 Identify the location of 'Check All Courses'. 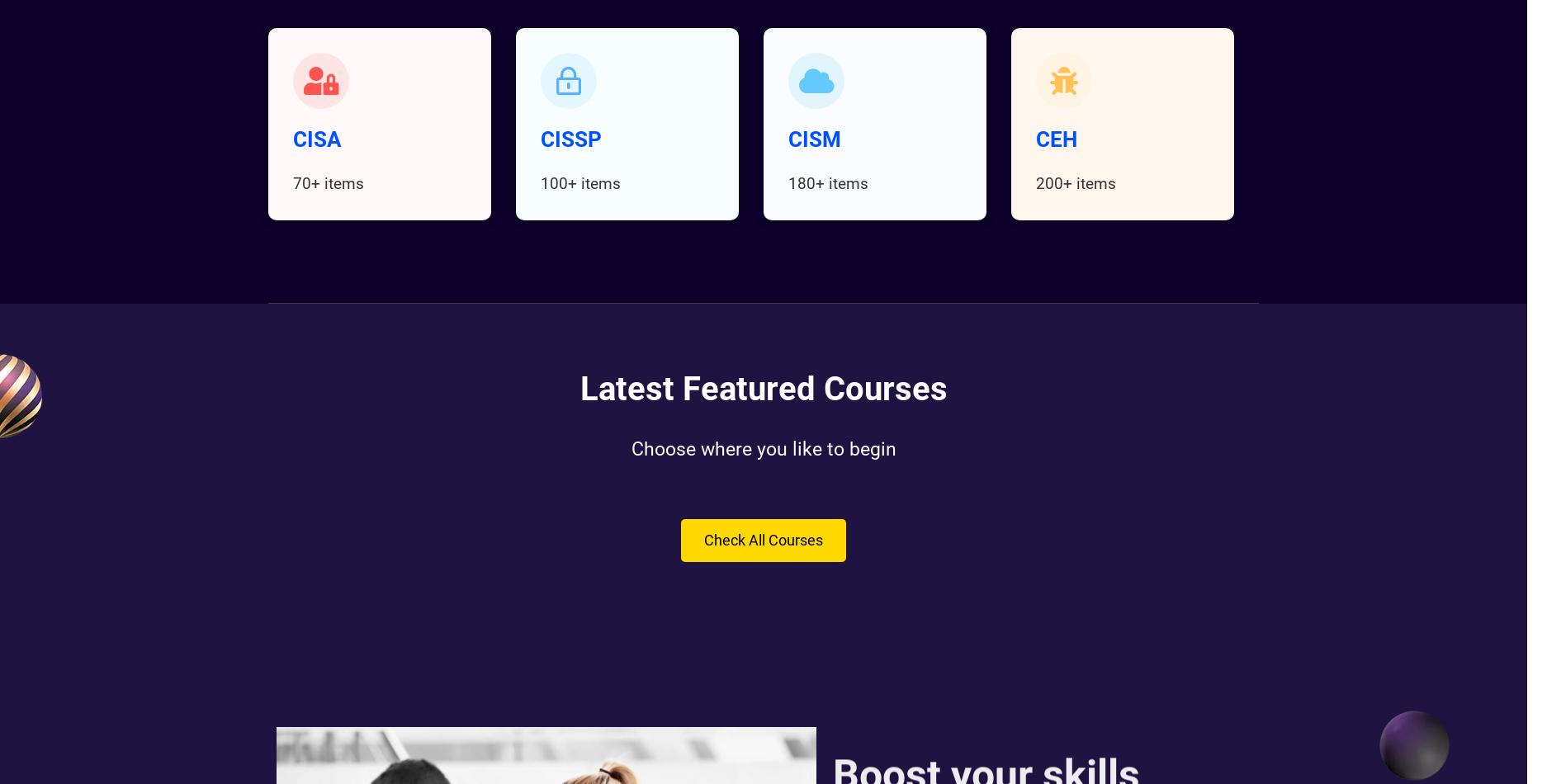
(764, 540).